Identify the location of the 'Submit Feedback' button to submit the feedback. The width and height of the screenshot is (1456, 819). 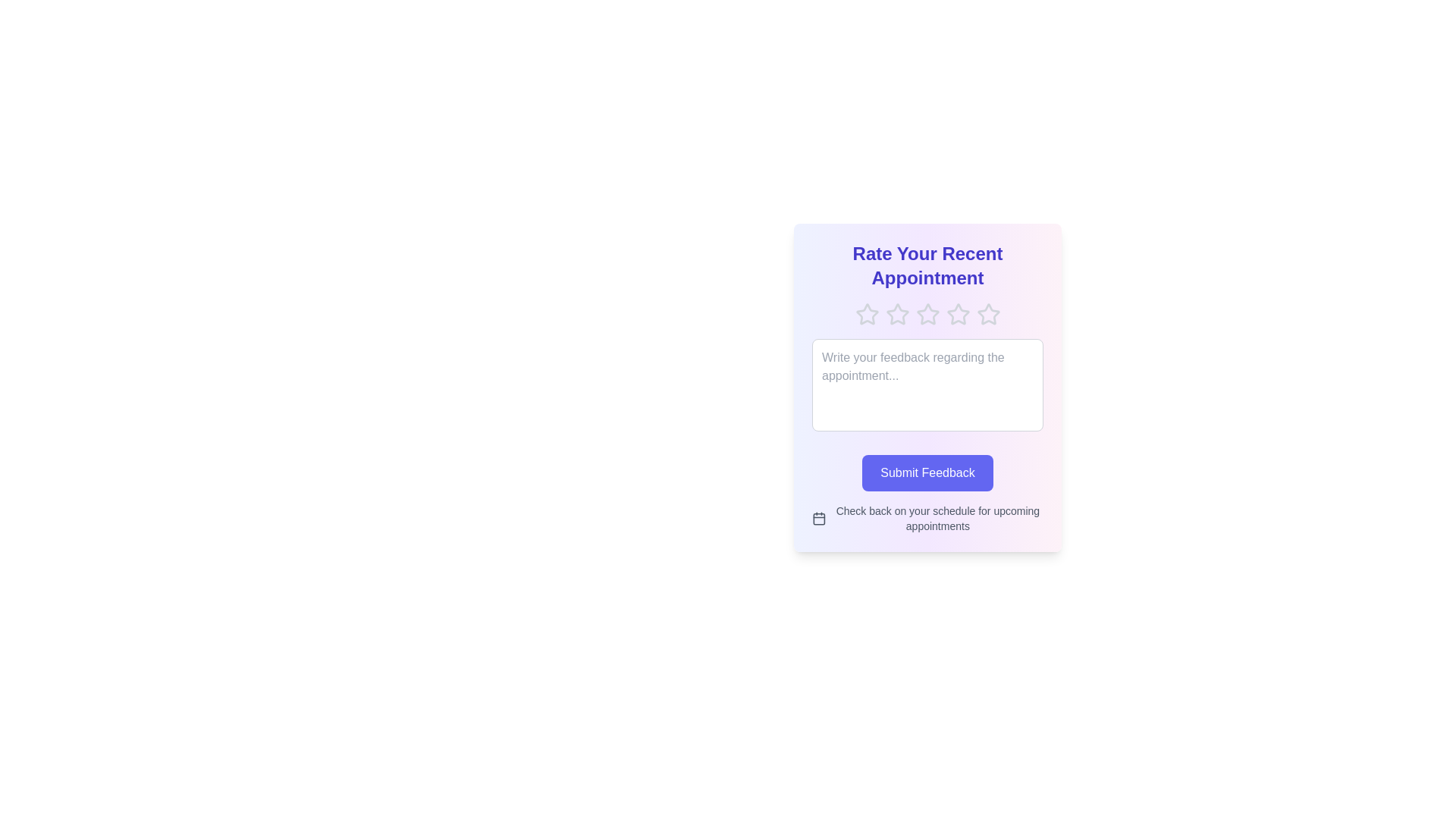
(927, 472).